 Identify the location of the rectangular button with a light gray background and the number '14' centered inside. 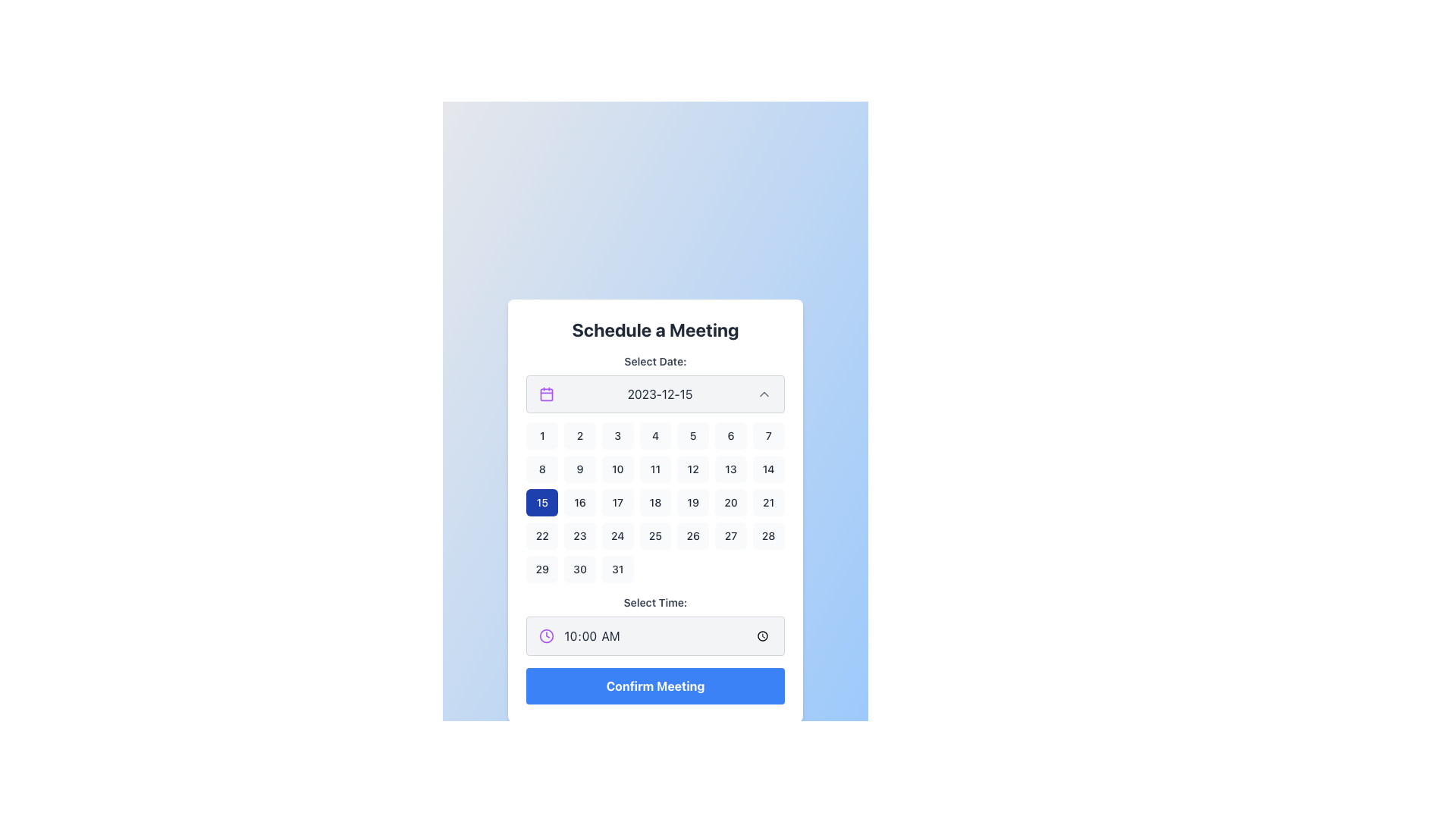
(768, 468).